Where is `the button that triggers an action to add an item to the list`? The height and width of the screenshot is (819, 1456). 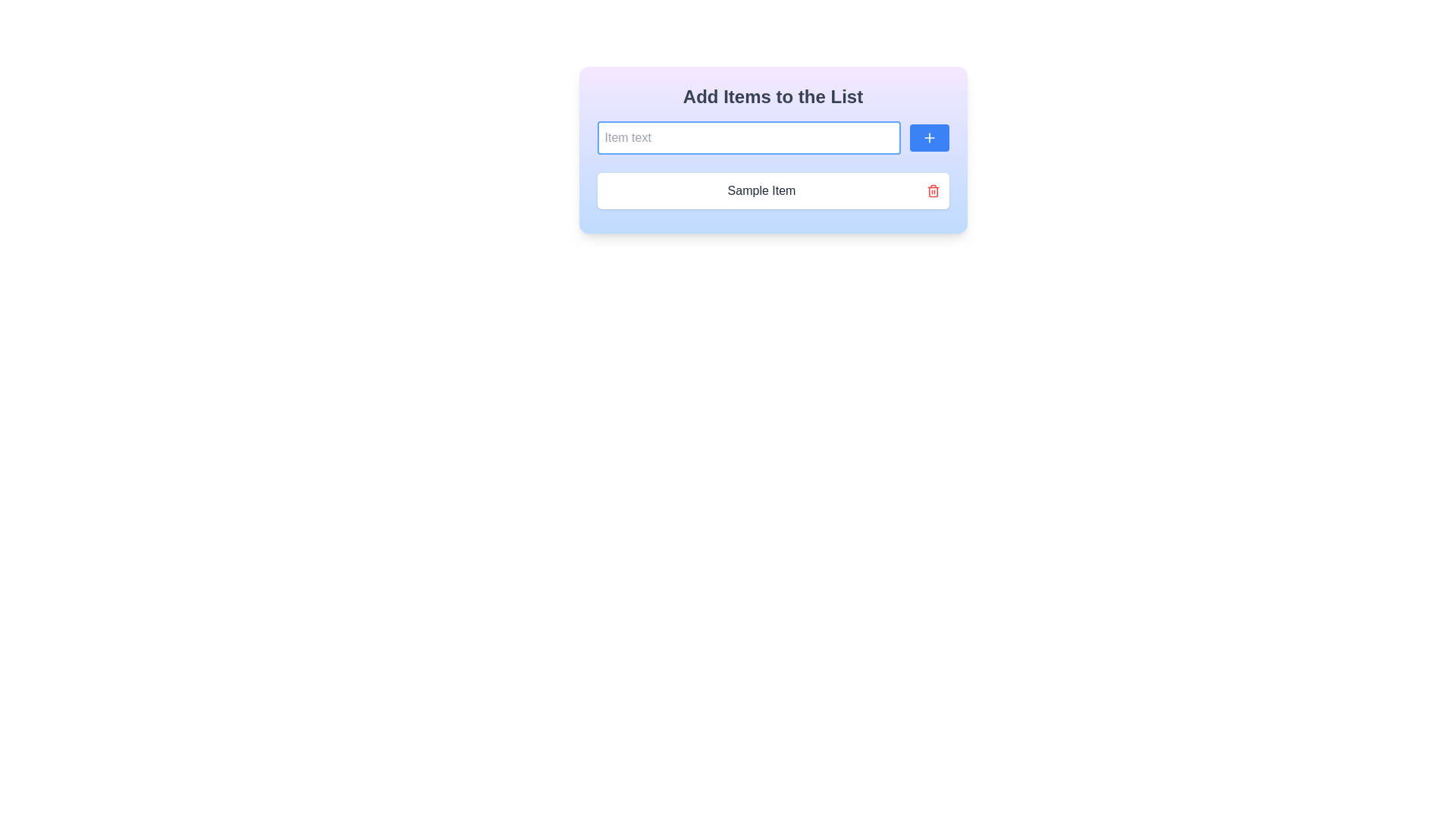
the button that triggers an action to add an item to the list is located at coordinates (928, 137).